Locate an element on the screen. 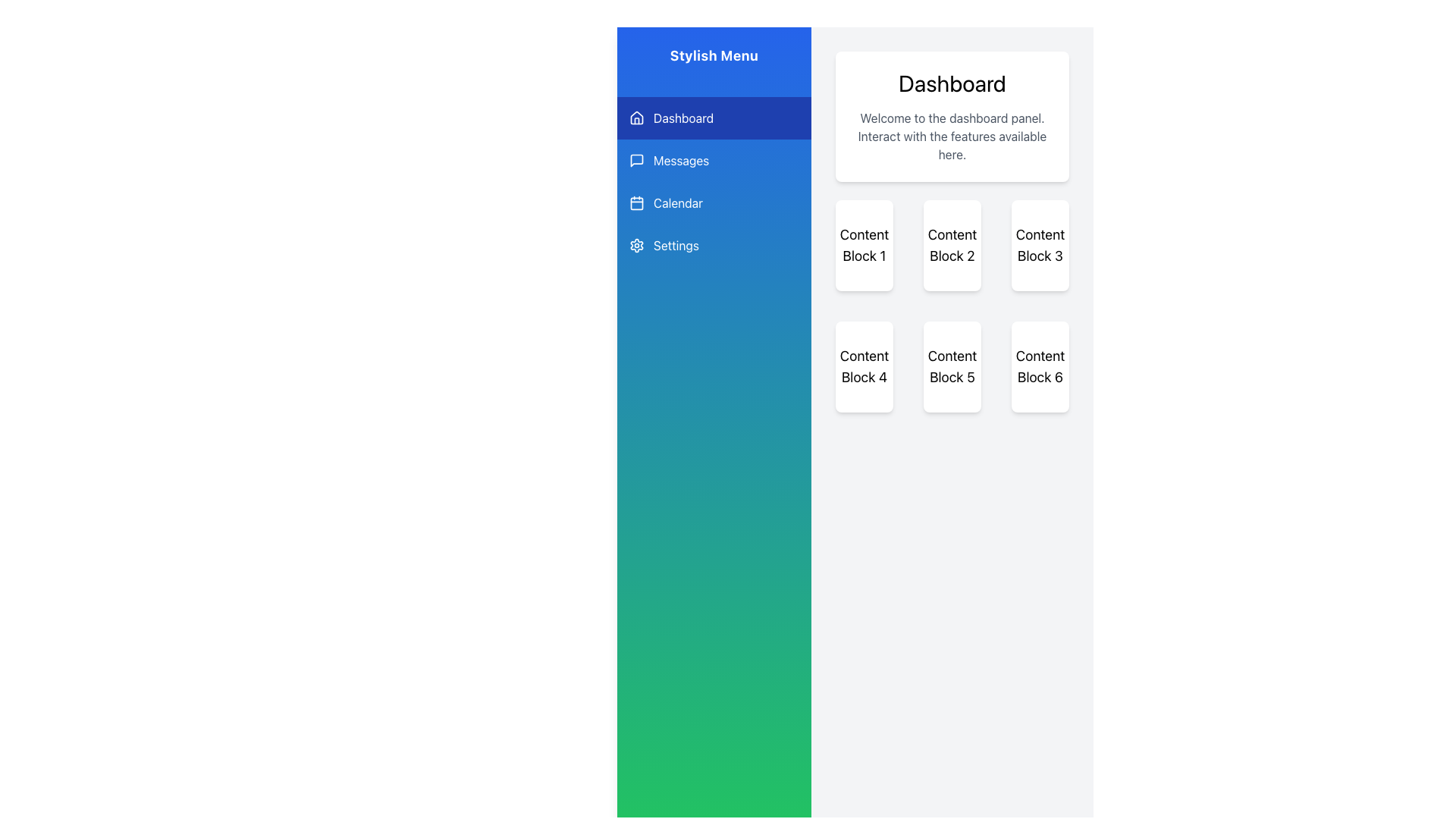 This screenshot has height=819, width=1456. the Header Text located at the top of the vertical sidebar, which serves as the title for the navigation links below it is located at coordinates (713, 55).